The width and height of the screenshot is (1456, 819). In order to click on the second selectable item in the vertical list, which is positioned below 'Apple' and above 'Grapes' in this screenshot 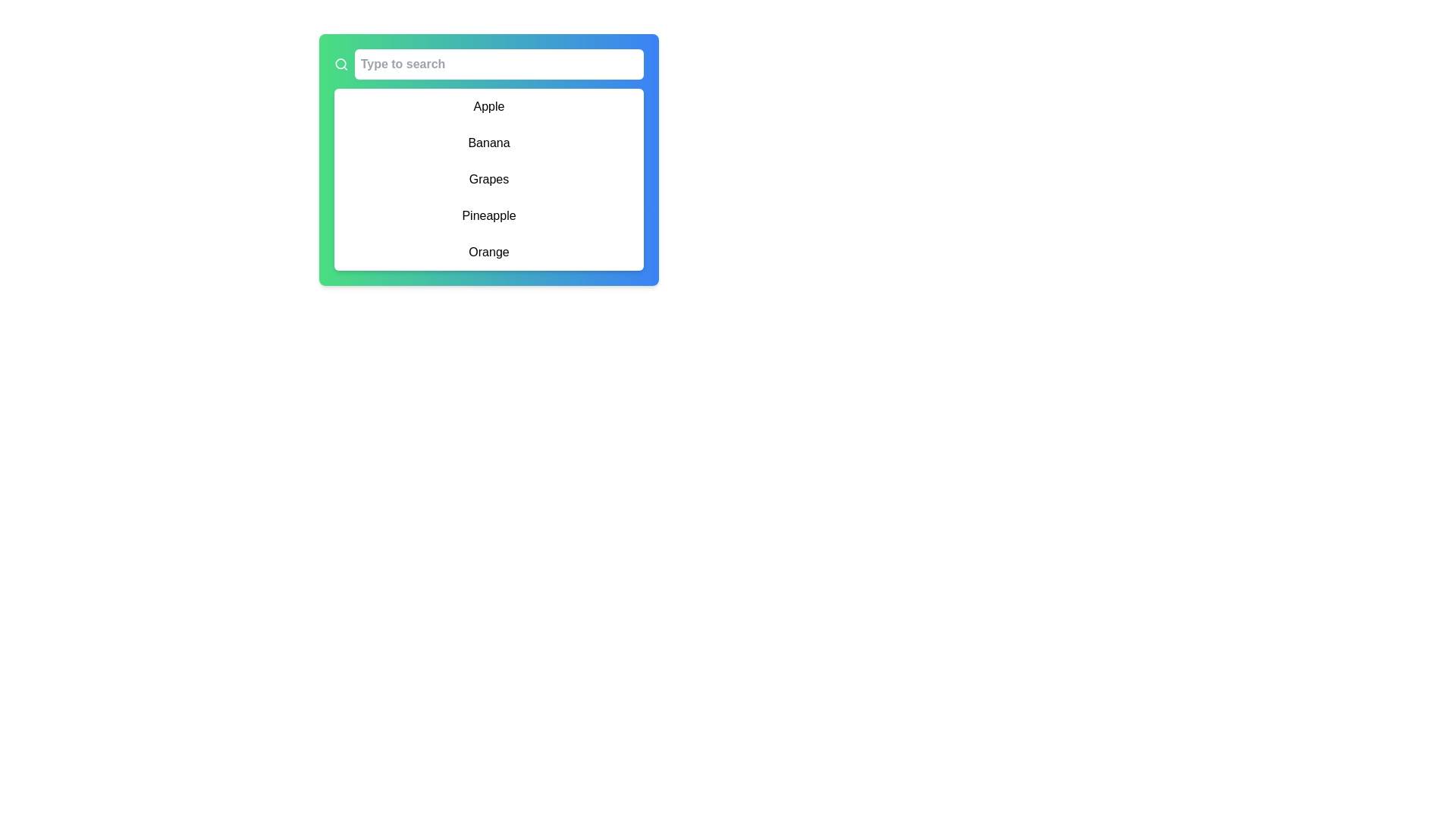, I will do `click(488, 143)`.